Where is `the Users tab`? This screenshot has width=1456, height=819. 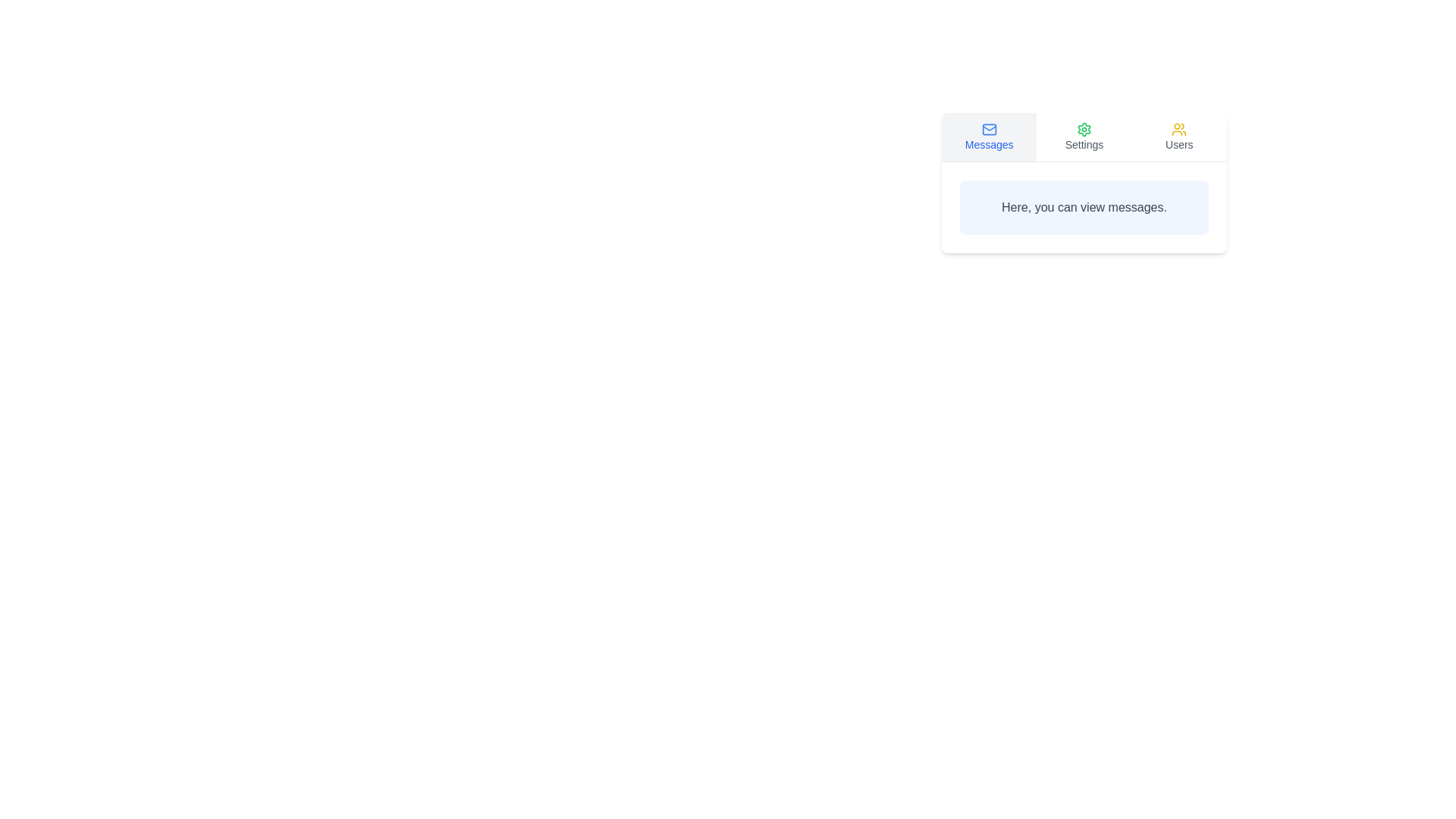 the Users tab is located at coordinates (1178, 137).